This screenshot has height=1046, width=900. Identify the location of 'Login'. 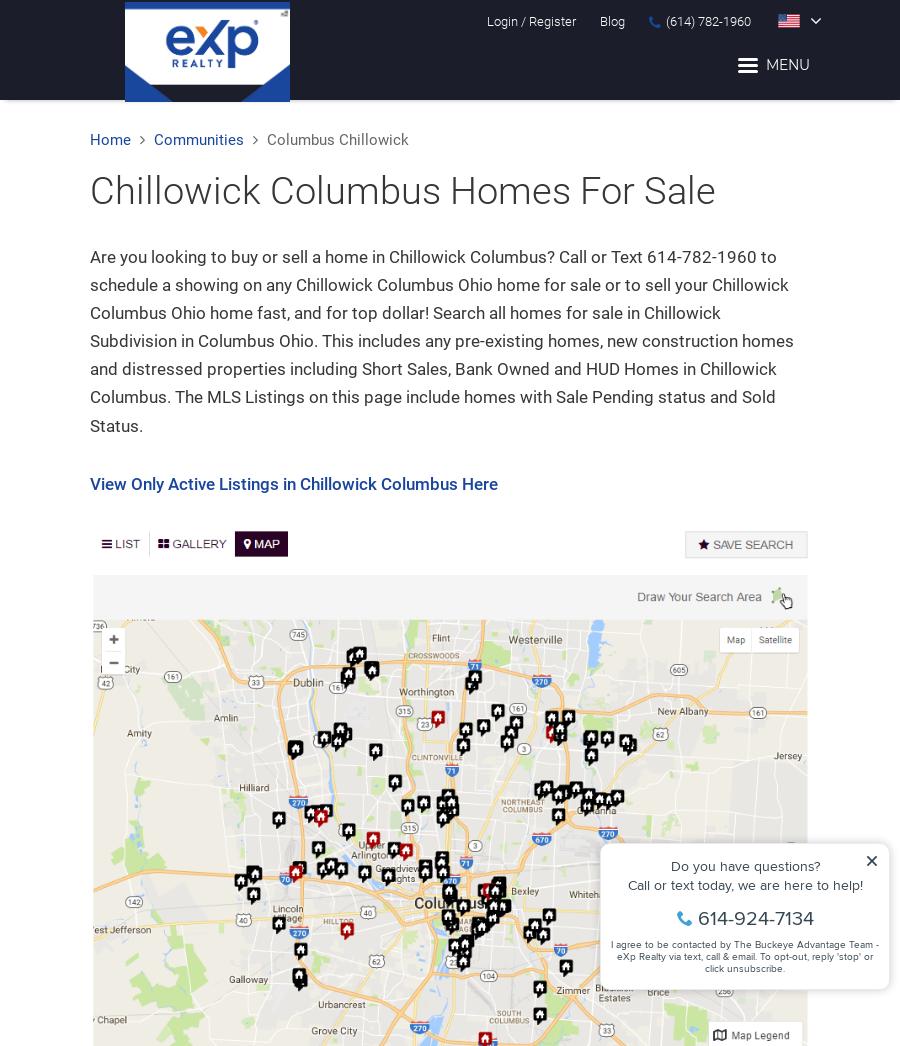
(501, 20).